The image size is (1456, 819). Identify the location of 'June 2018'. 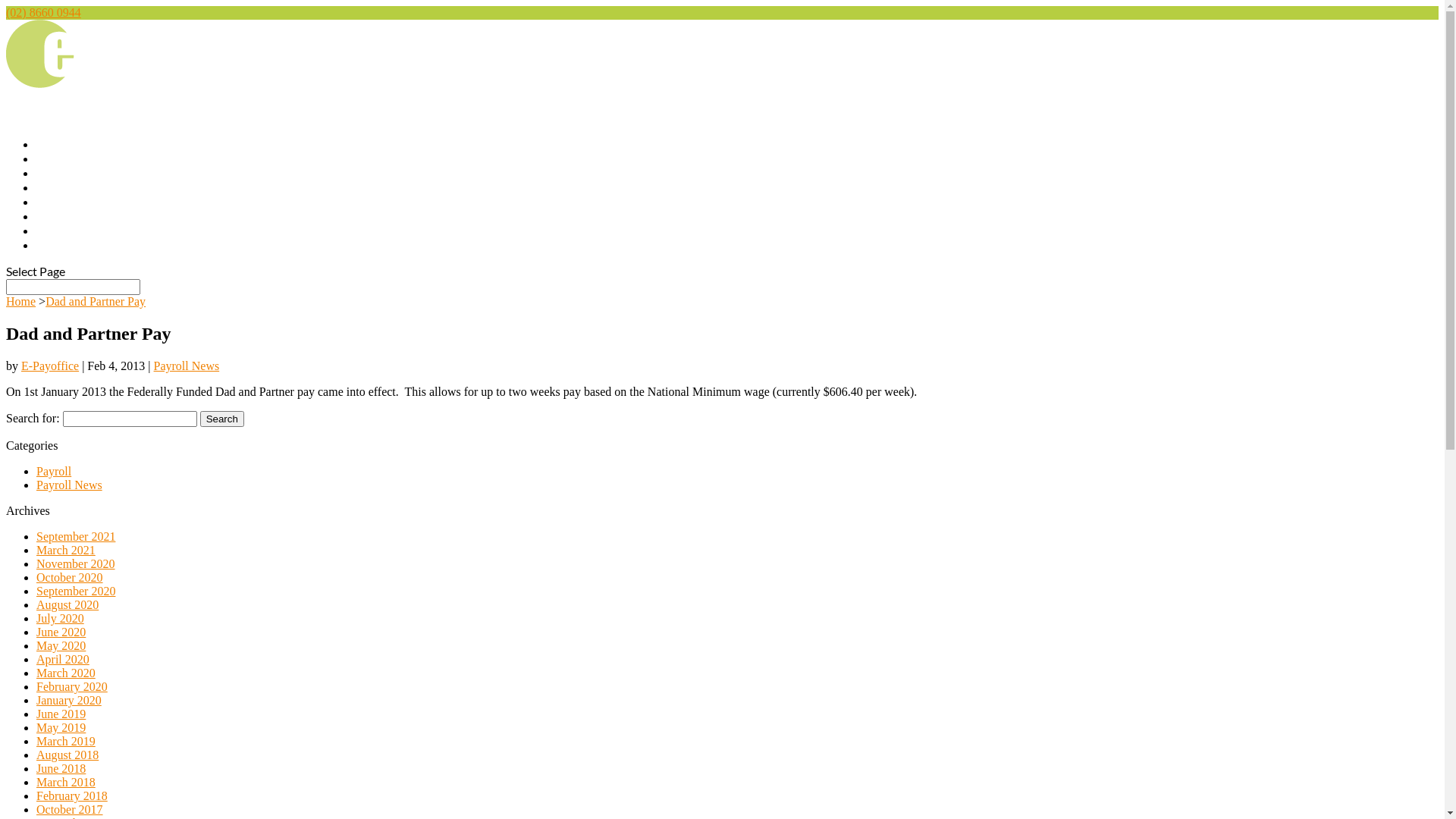
(61, 768).